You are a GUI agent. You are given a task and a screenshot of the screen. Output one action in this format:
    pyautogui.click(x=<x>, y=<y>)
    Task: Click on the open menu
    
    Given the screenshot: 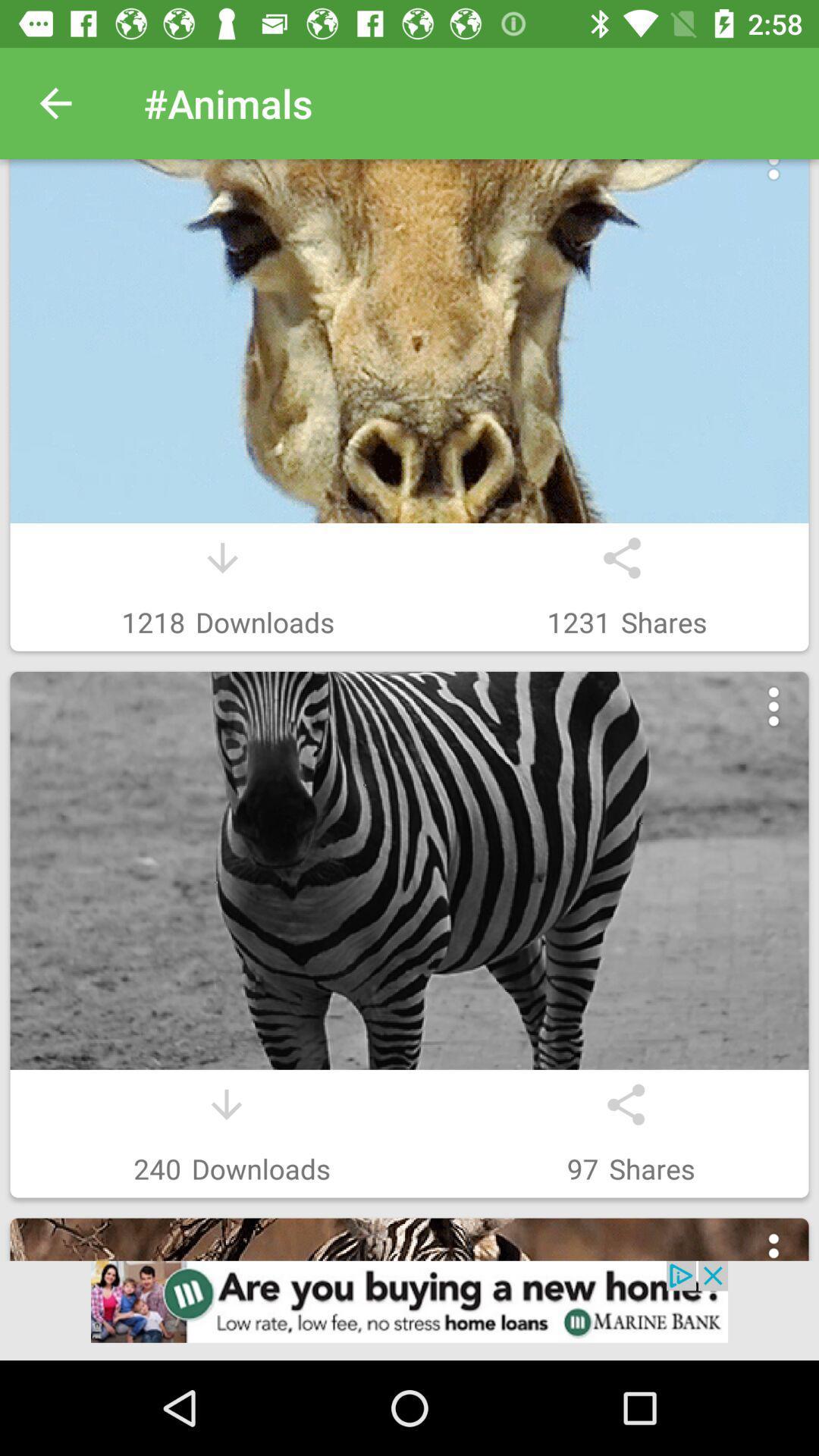 What is the action you would take?
    pyautogui.click(x=773, y=177)
    